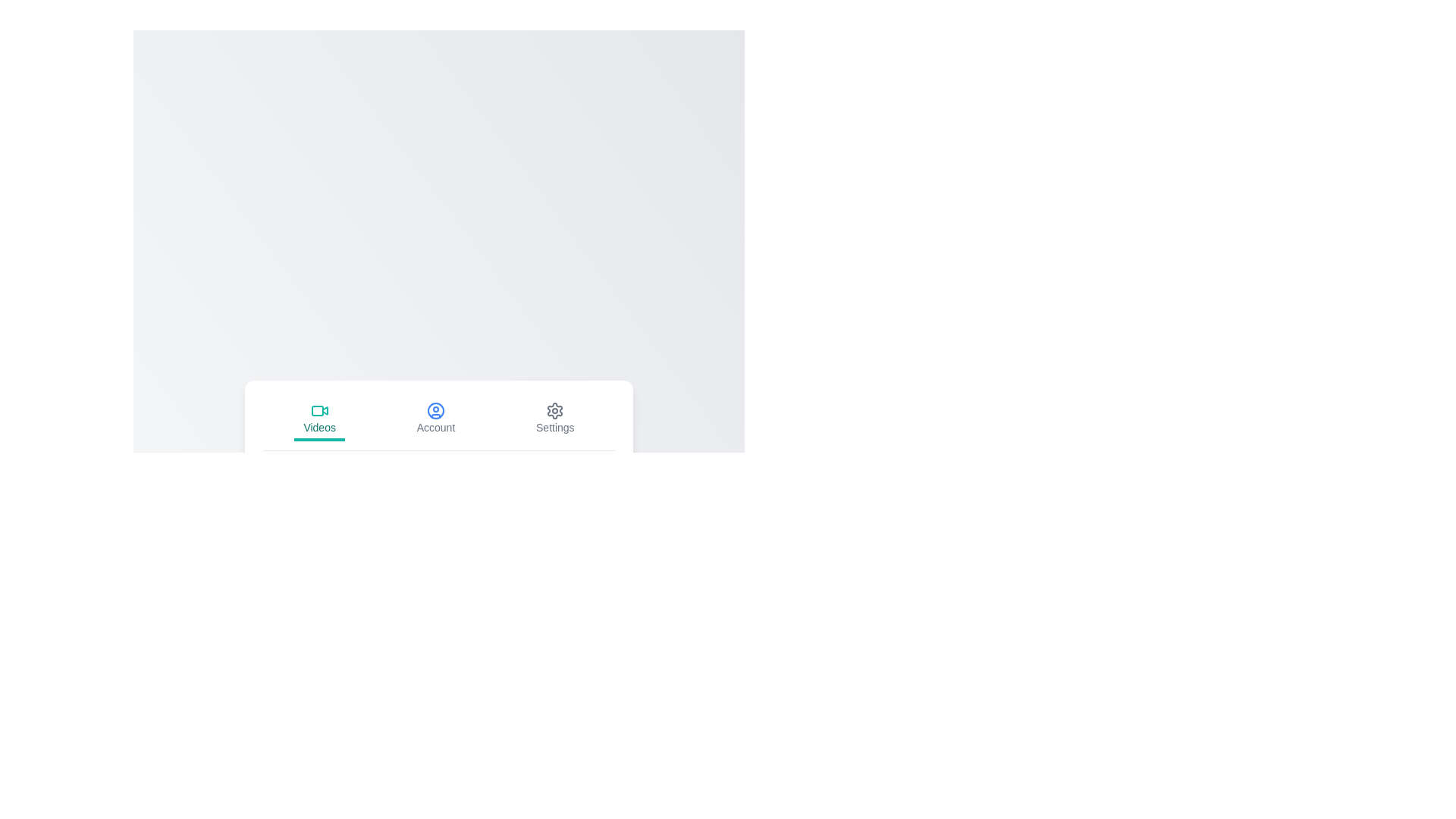  Describe the element at coordinates (554, 419) in the screenshot. I see `the Settings tab by clicking on its button` at that location.